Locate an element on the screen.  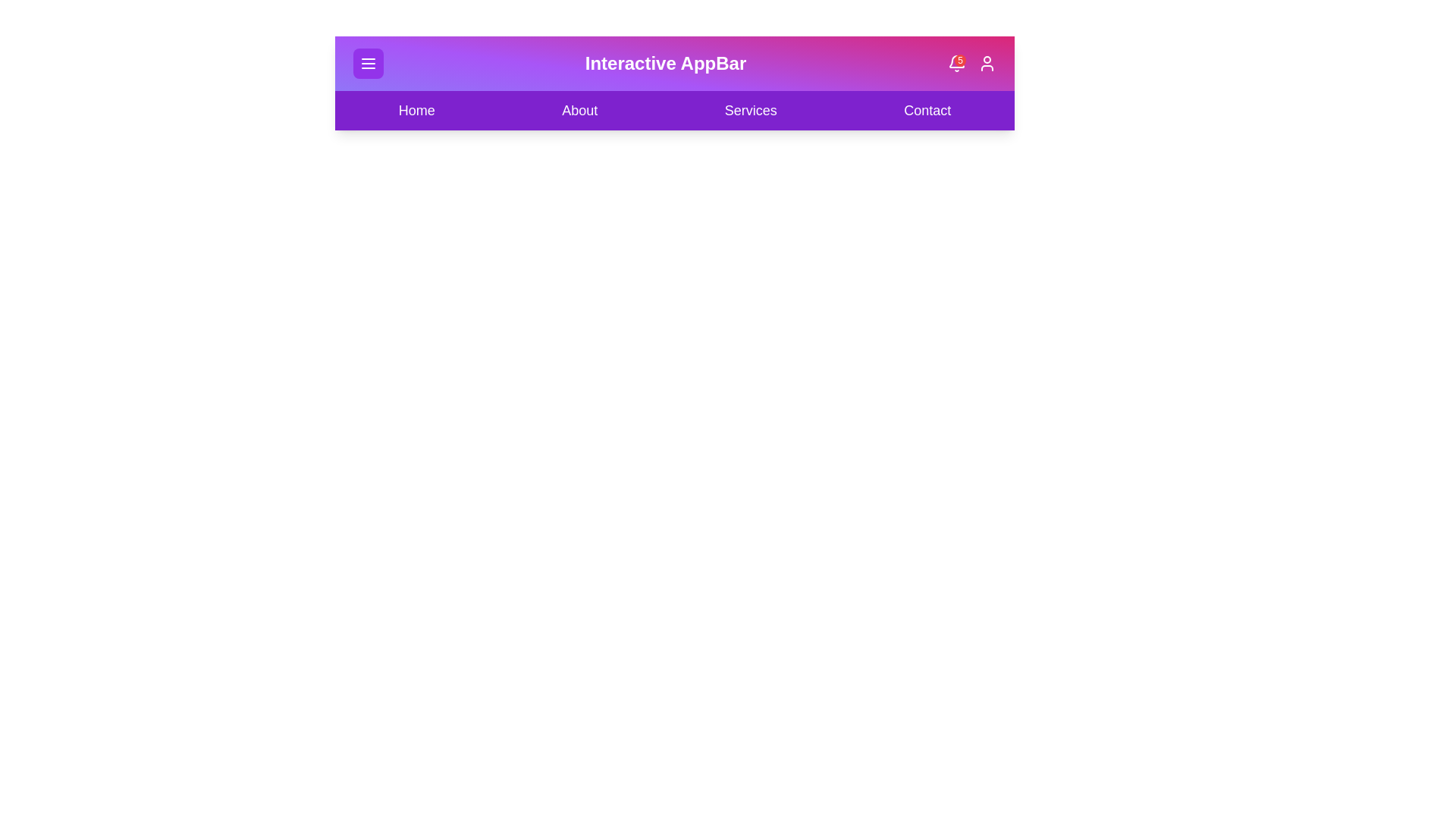
the text 'Interactive AppBar' is located at coordinates (666, 63).